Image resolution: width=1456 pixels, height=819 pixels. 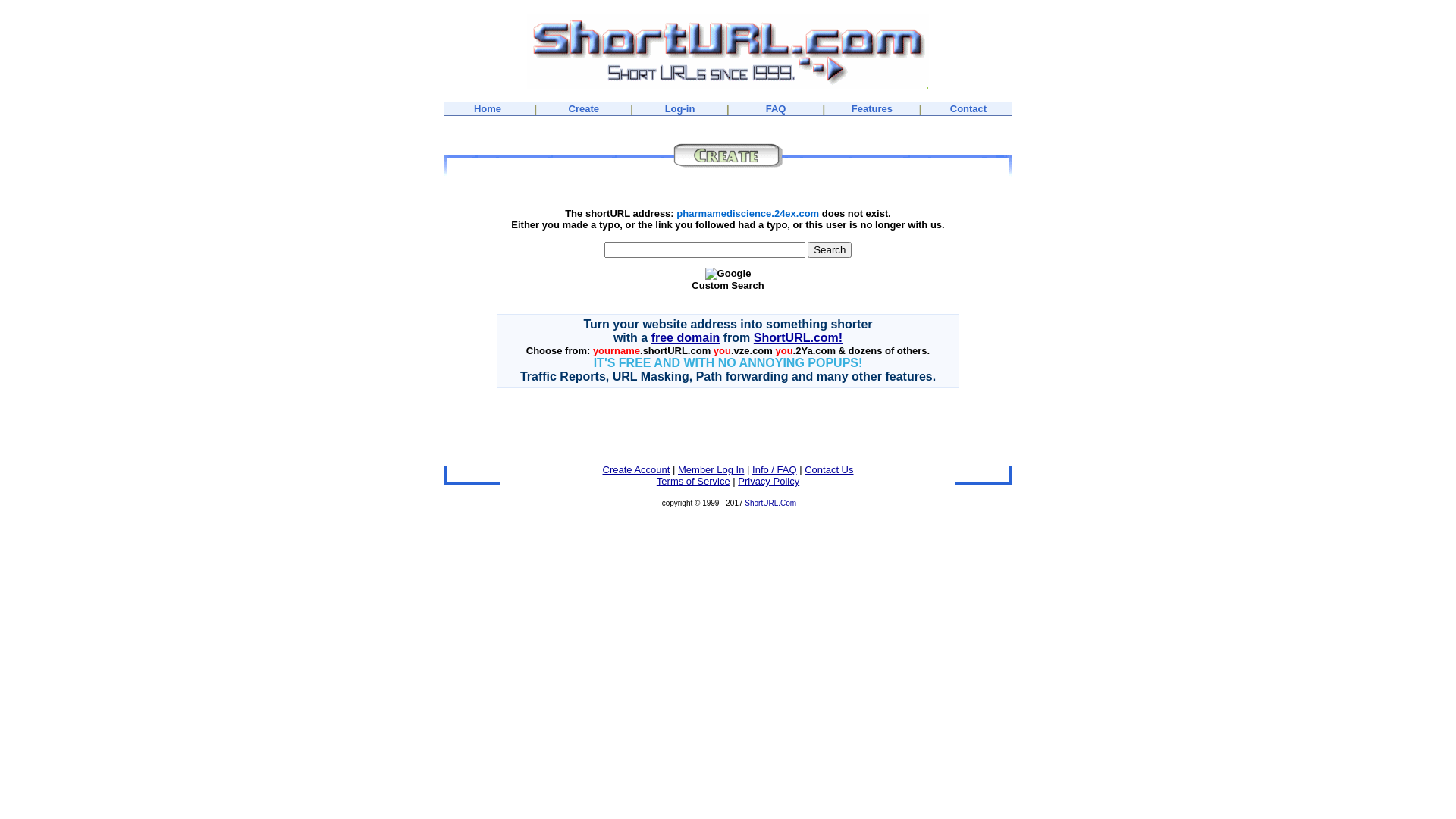 I want to click on 'Features', so click(x=872, y=108).